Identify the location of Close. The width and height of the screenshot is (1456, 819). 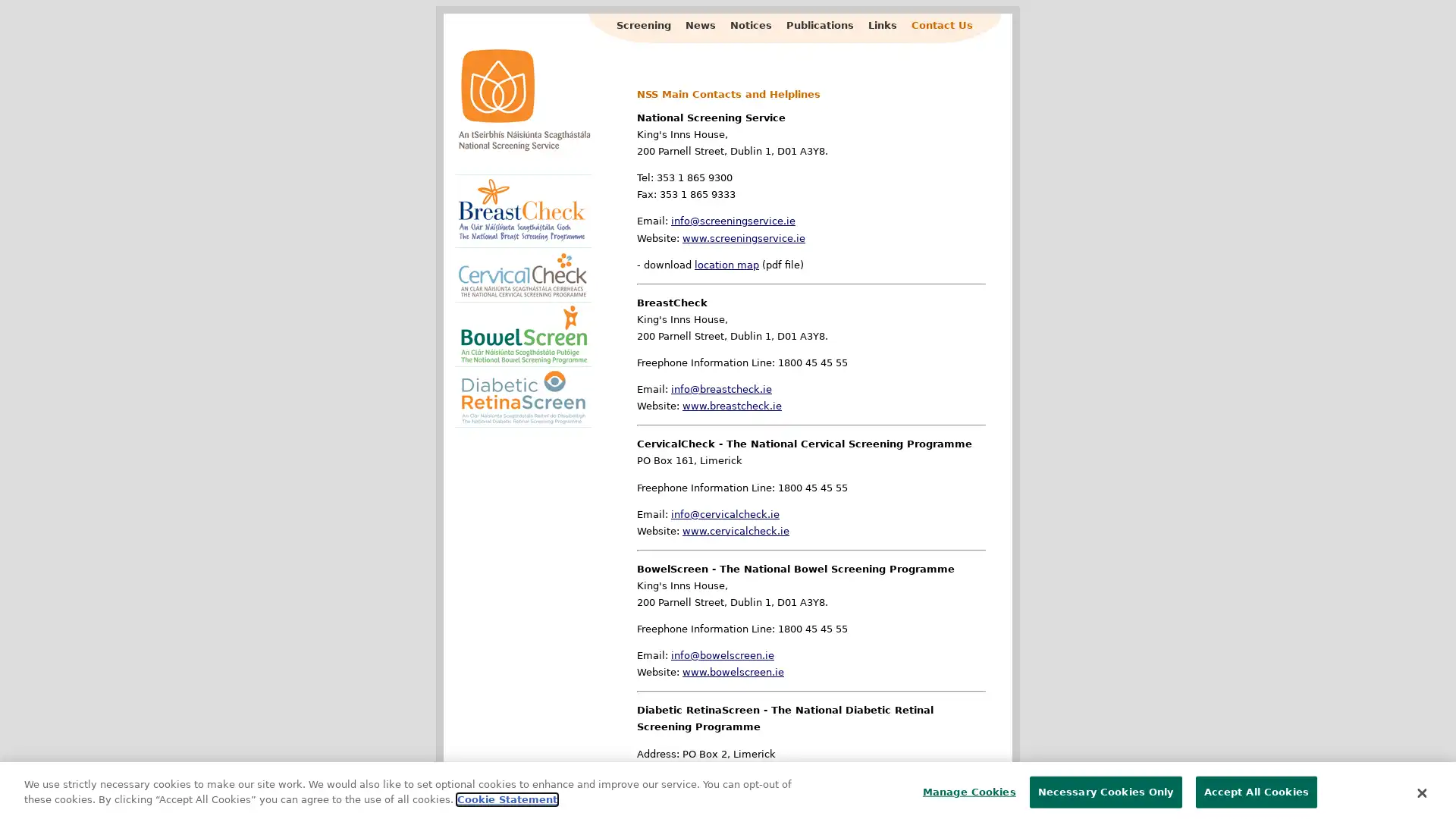
(1420, 786).